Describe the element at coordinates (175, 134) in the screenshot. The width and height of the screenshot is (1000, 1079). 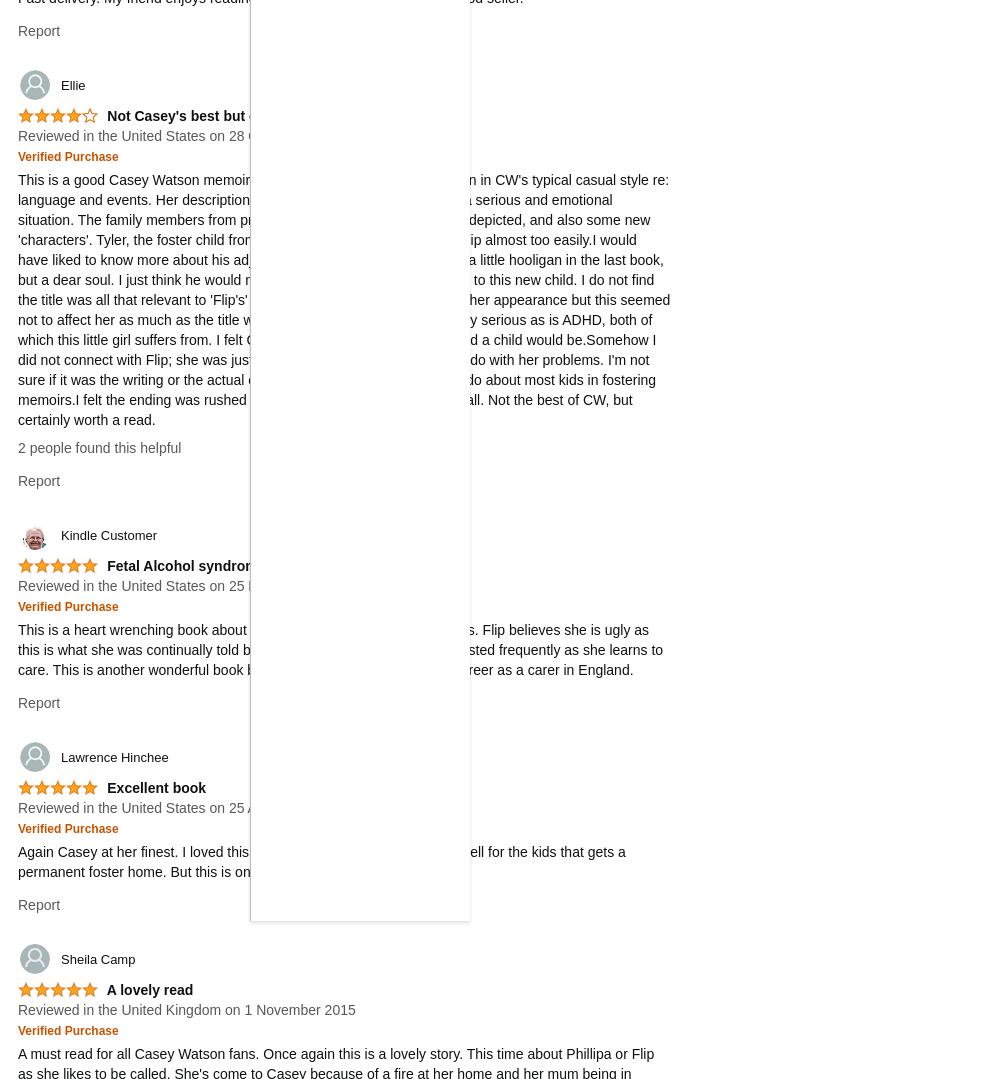
I see `'Reviewed in the United States on 28 October 2015'` at that location.